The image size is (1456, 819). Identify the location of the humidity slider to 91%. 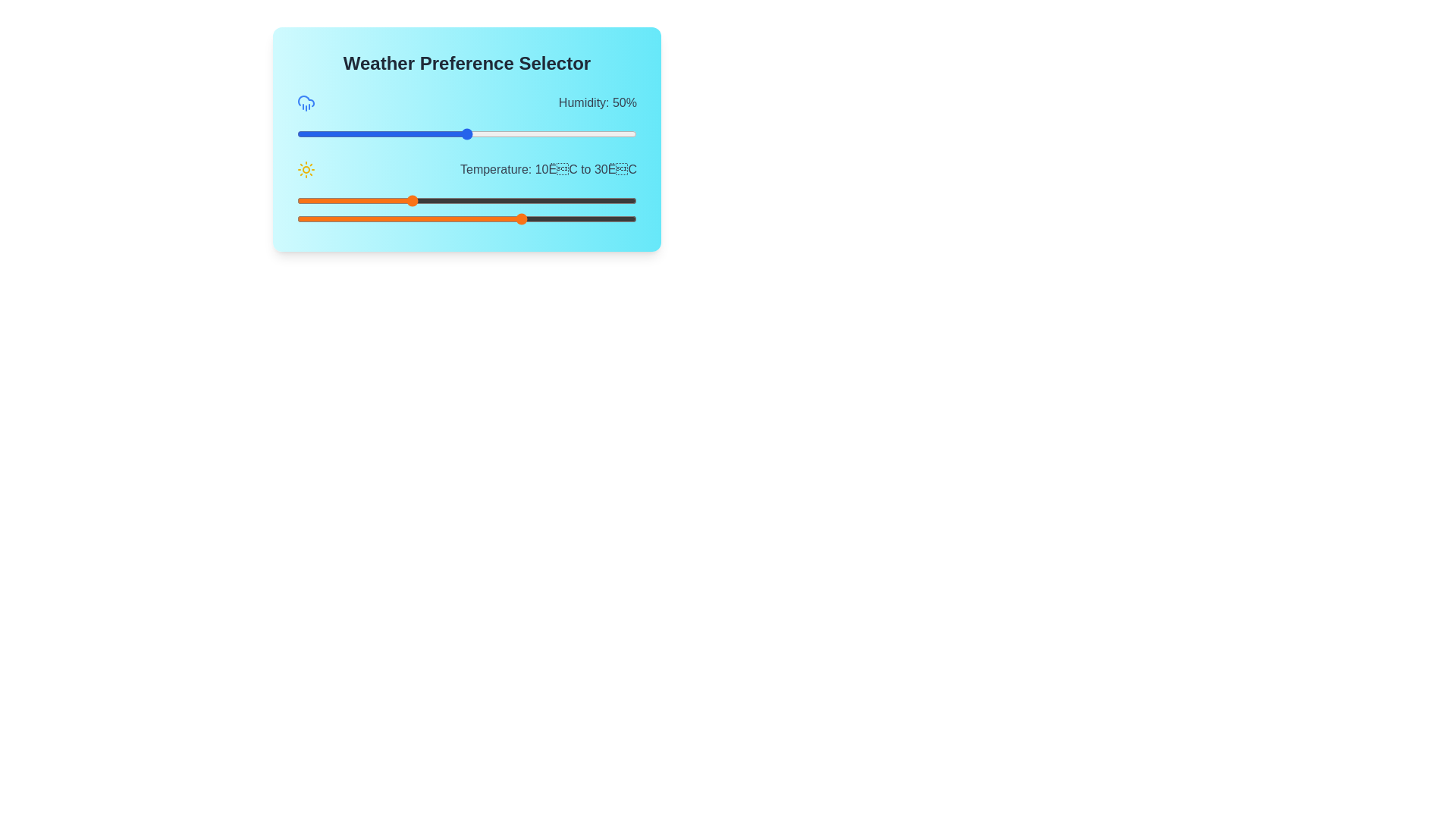
(605, 133).